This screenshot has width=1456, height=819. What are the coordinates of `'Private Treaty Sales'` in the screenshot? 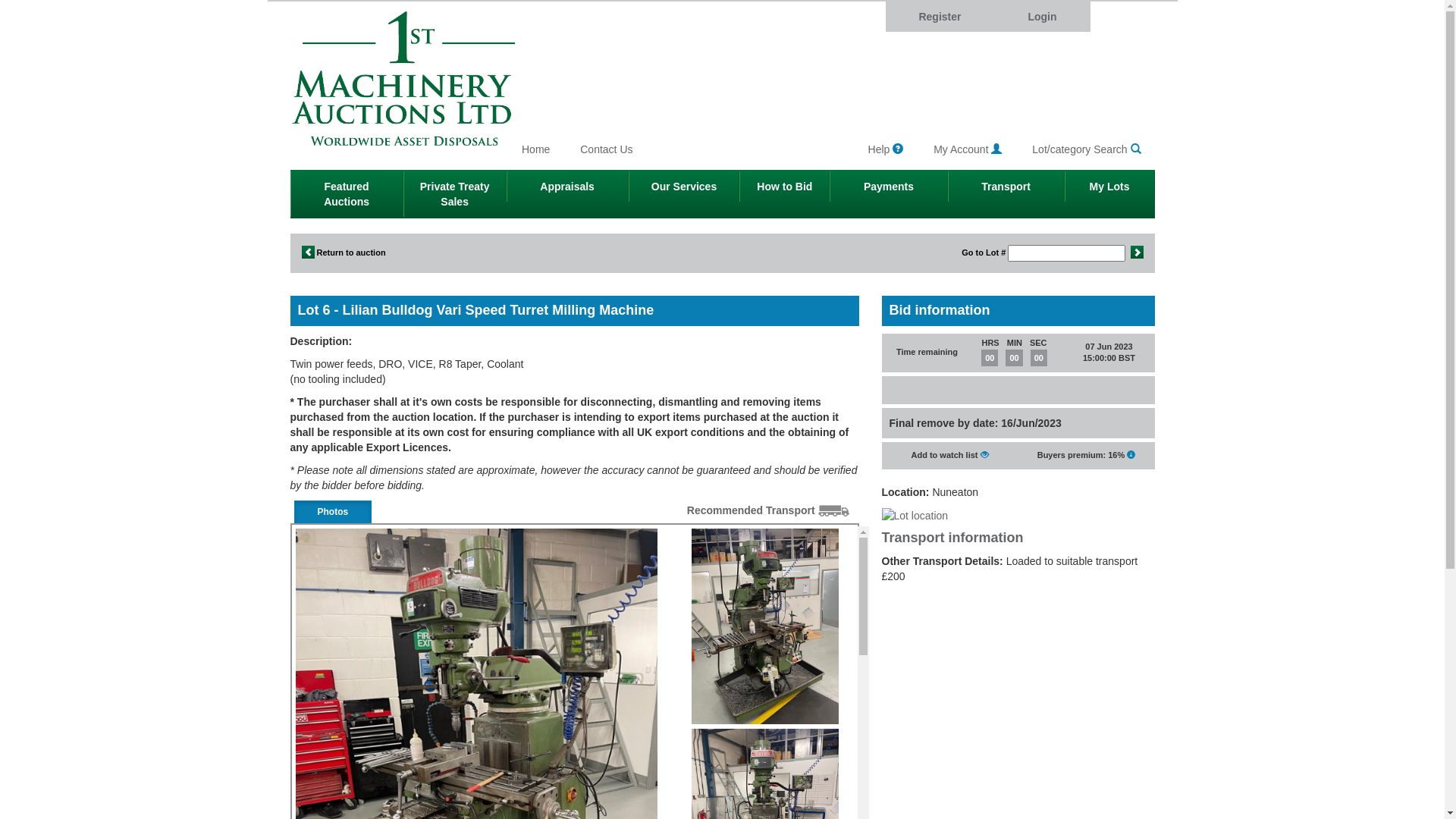 It's located at (454, 193).